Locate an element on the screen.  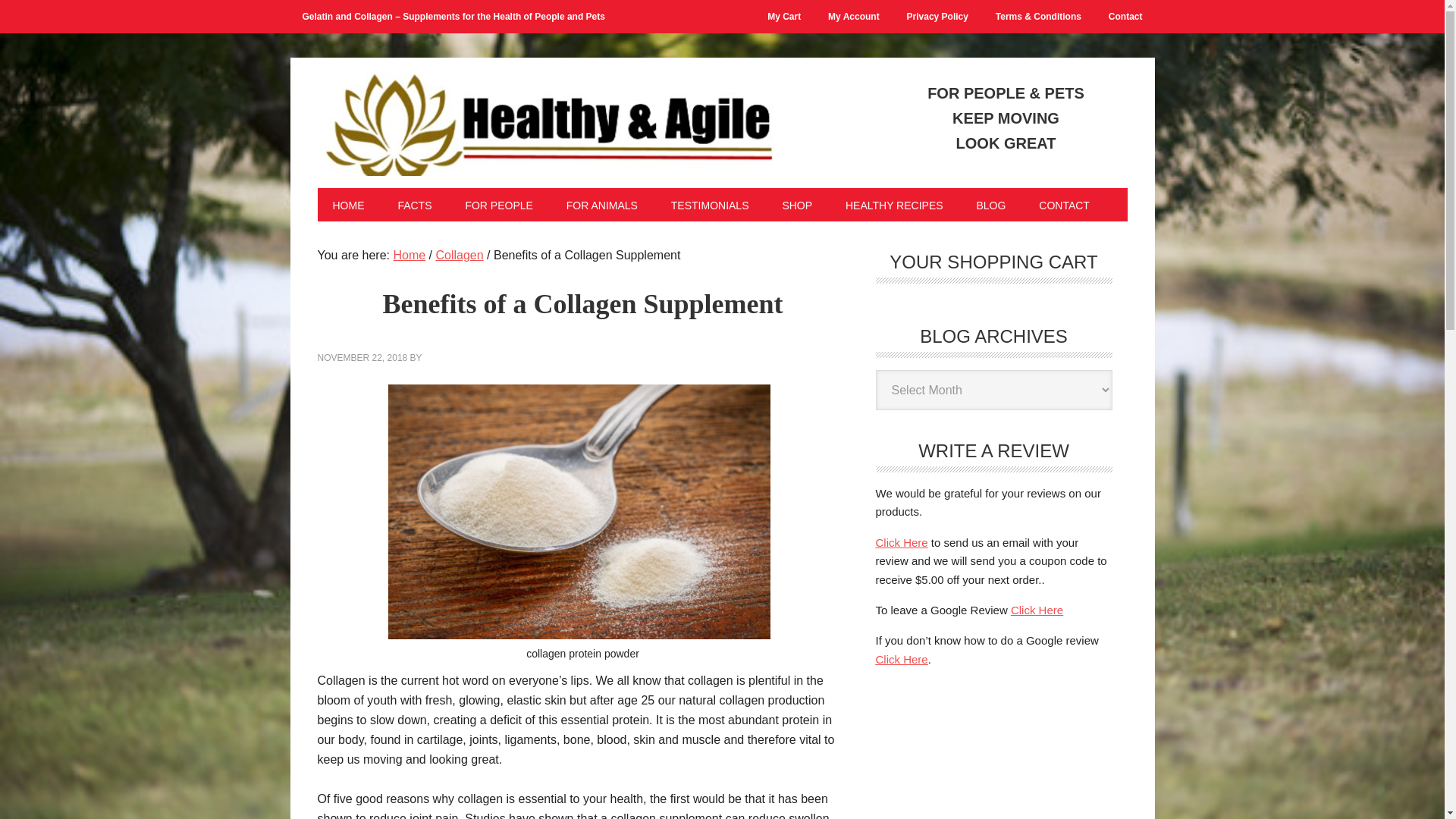
'Contact' is located at coordinates (1125, 17).